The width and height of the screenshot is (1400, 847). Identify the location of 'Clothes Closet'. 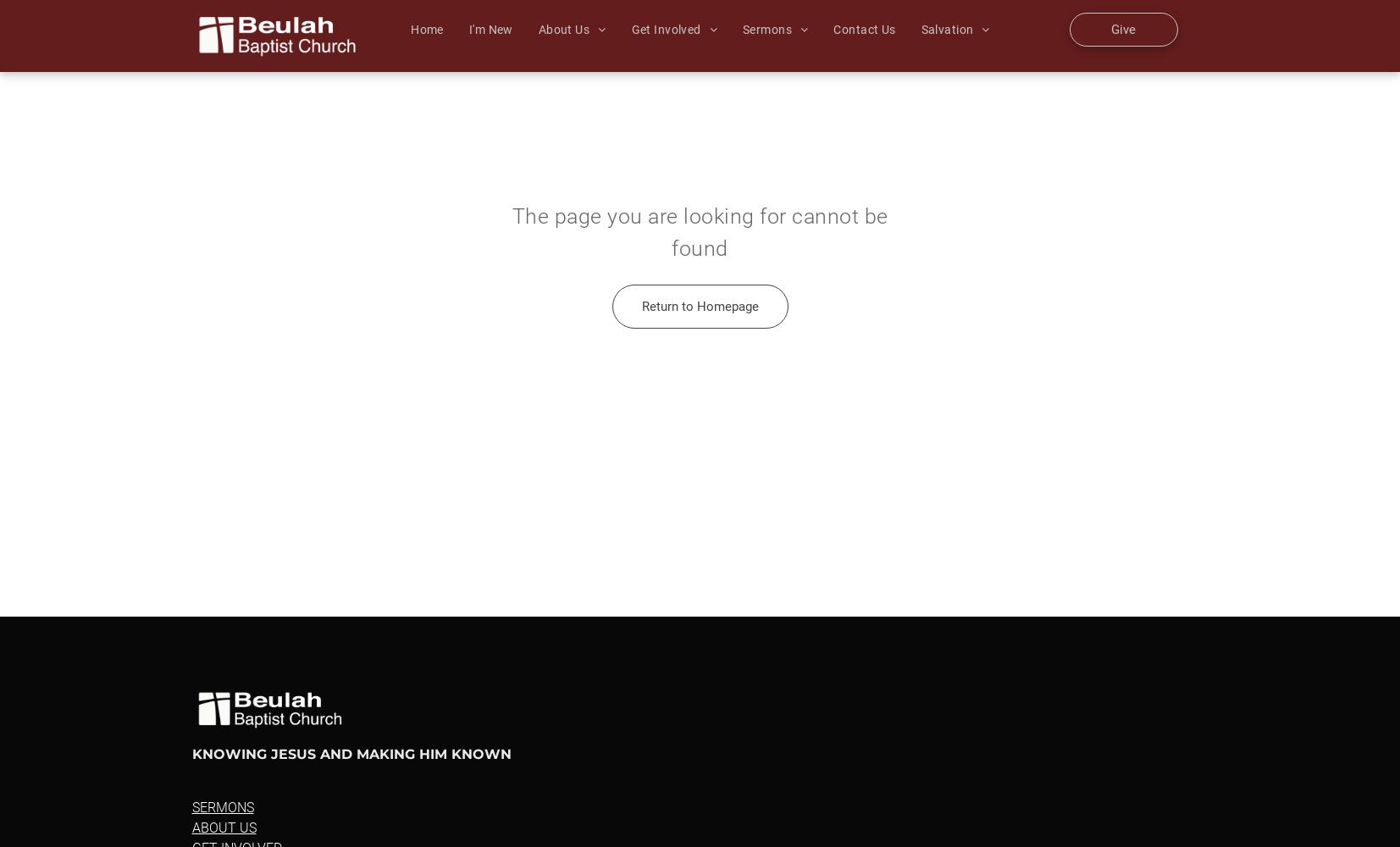
(854, 336).